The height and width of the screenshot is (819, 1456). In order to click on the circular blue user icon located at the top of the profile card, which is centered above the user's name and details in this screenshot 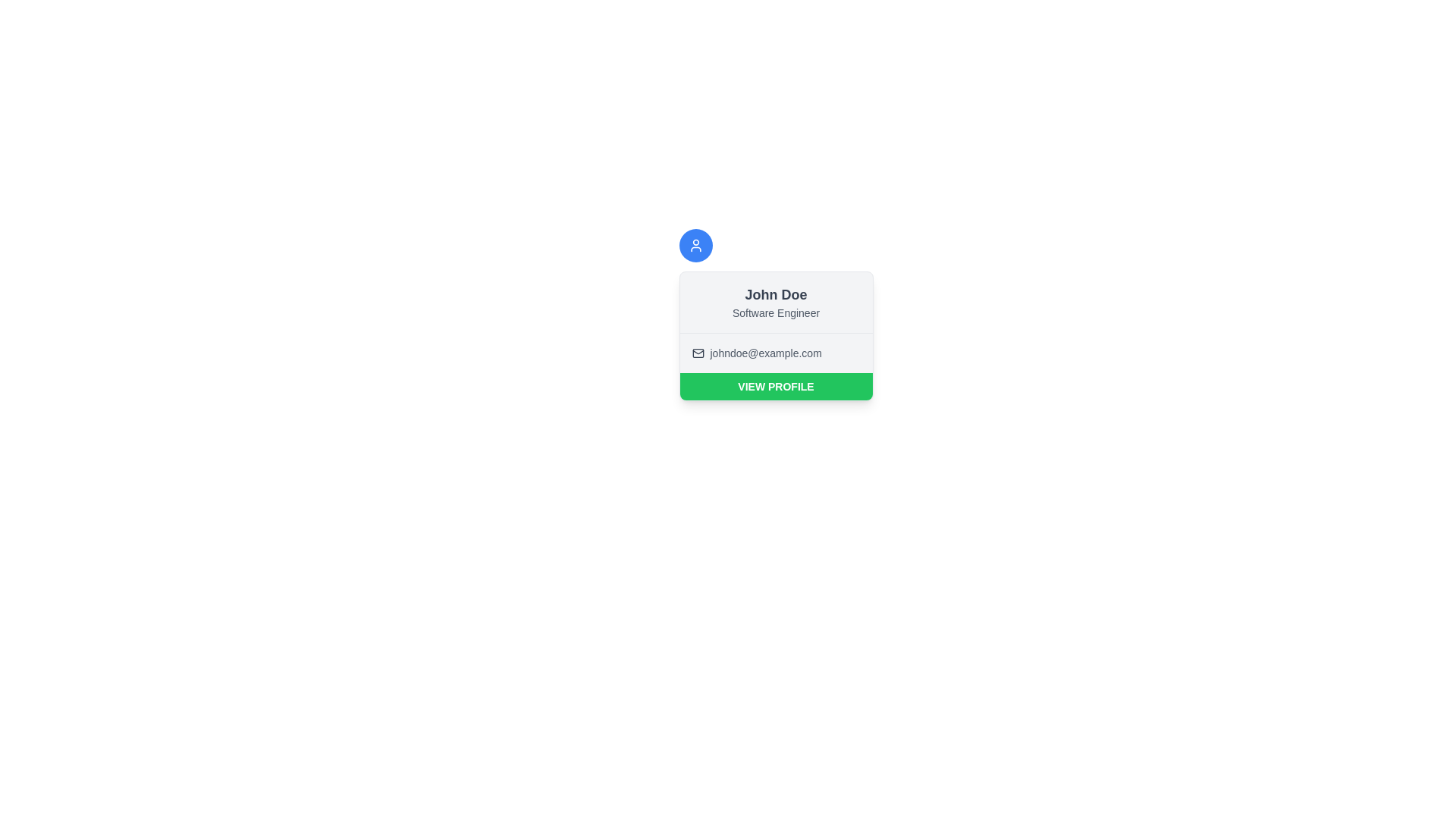, I will do `click(695, 245)`.